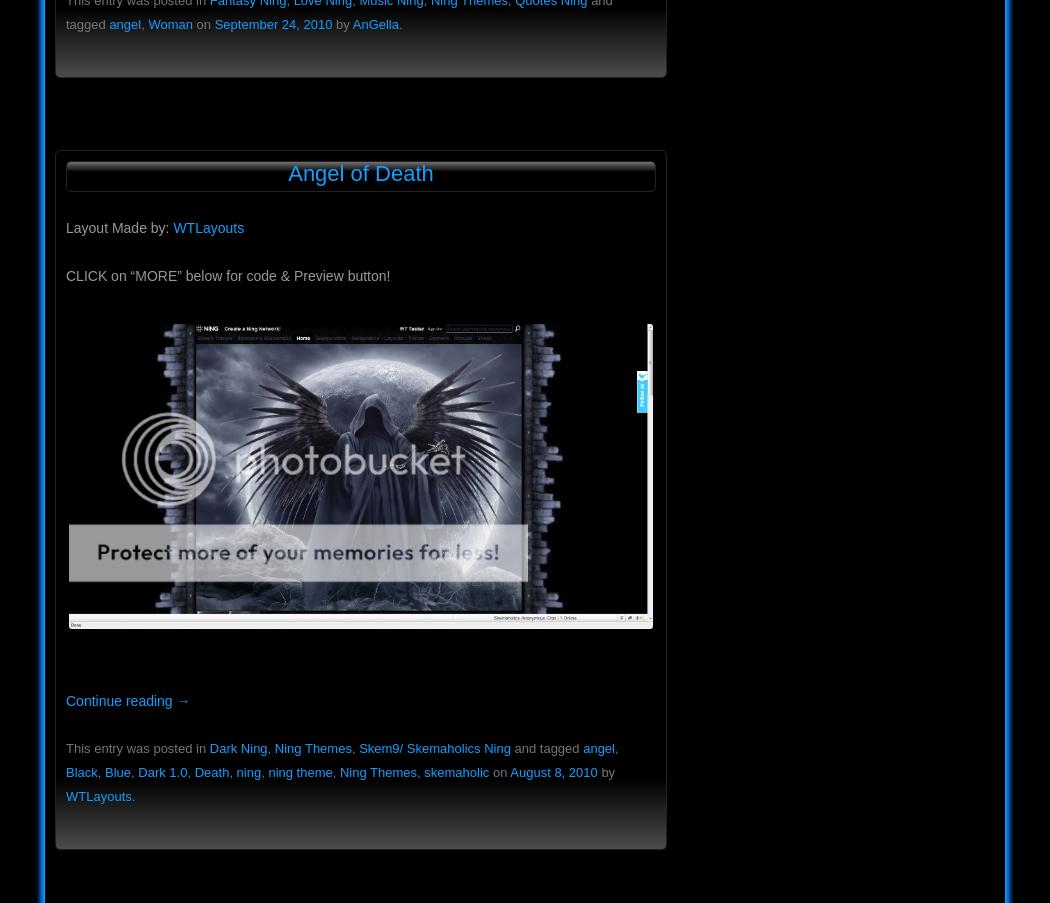  What do you see at coordinates (65, 227) in the screenshot?
I see `'Layout Made by:'` at bounding box center [65, 227].